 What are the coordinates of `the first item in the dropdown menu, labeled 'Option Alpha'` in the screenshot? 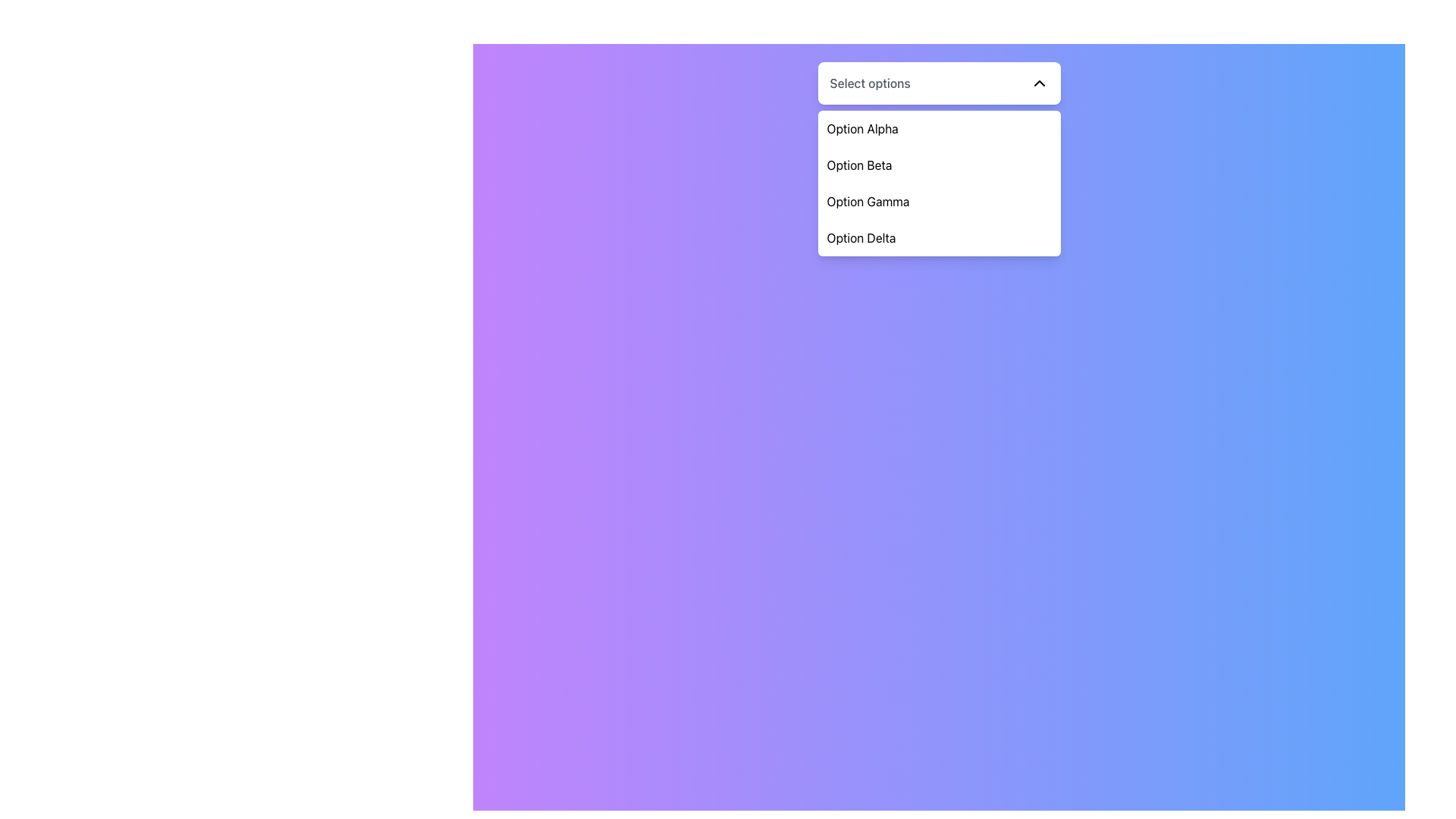 It's located at (862, 127).